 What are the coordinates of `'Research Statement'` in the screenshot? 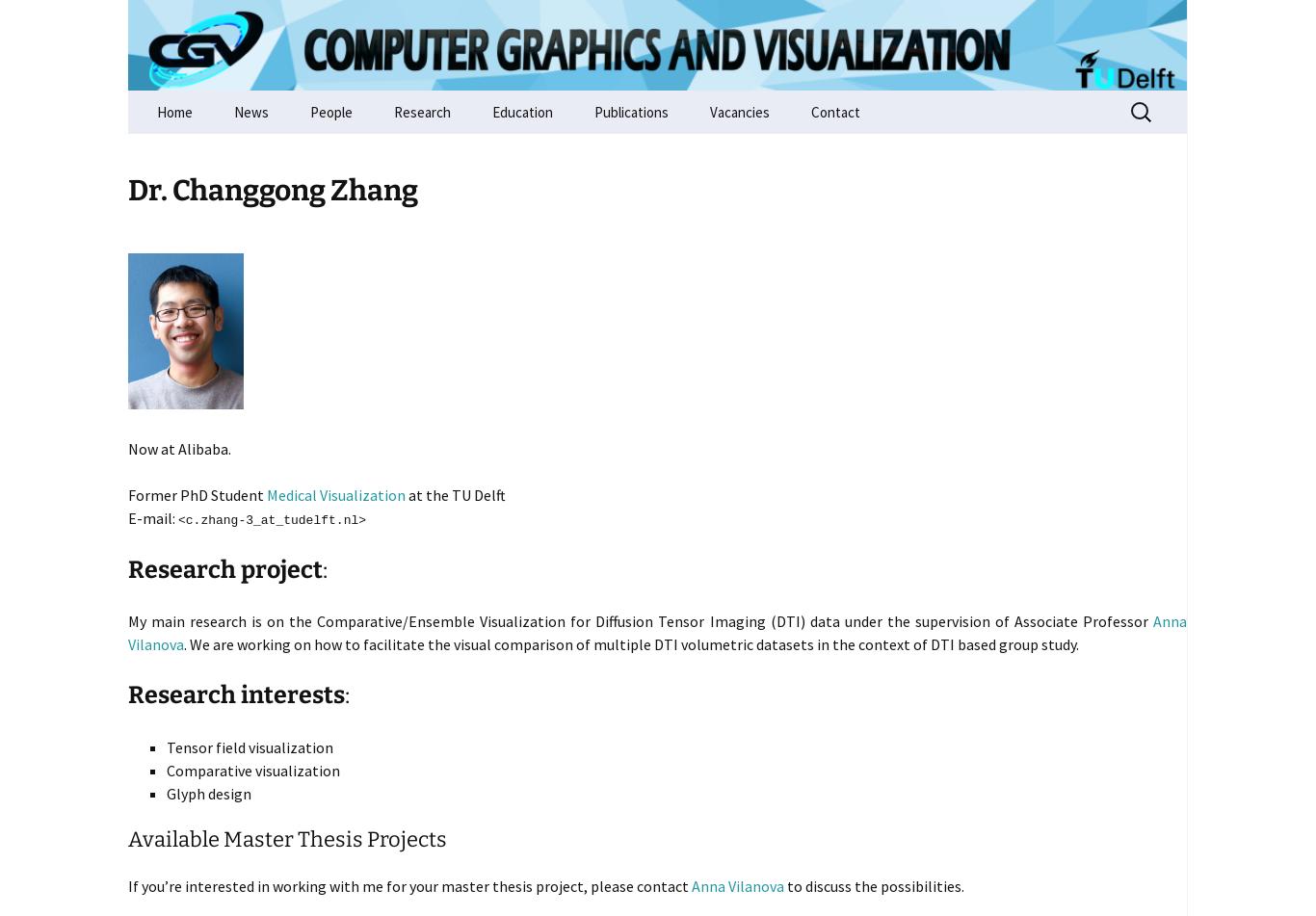 It's located at (456, 155).